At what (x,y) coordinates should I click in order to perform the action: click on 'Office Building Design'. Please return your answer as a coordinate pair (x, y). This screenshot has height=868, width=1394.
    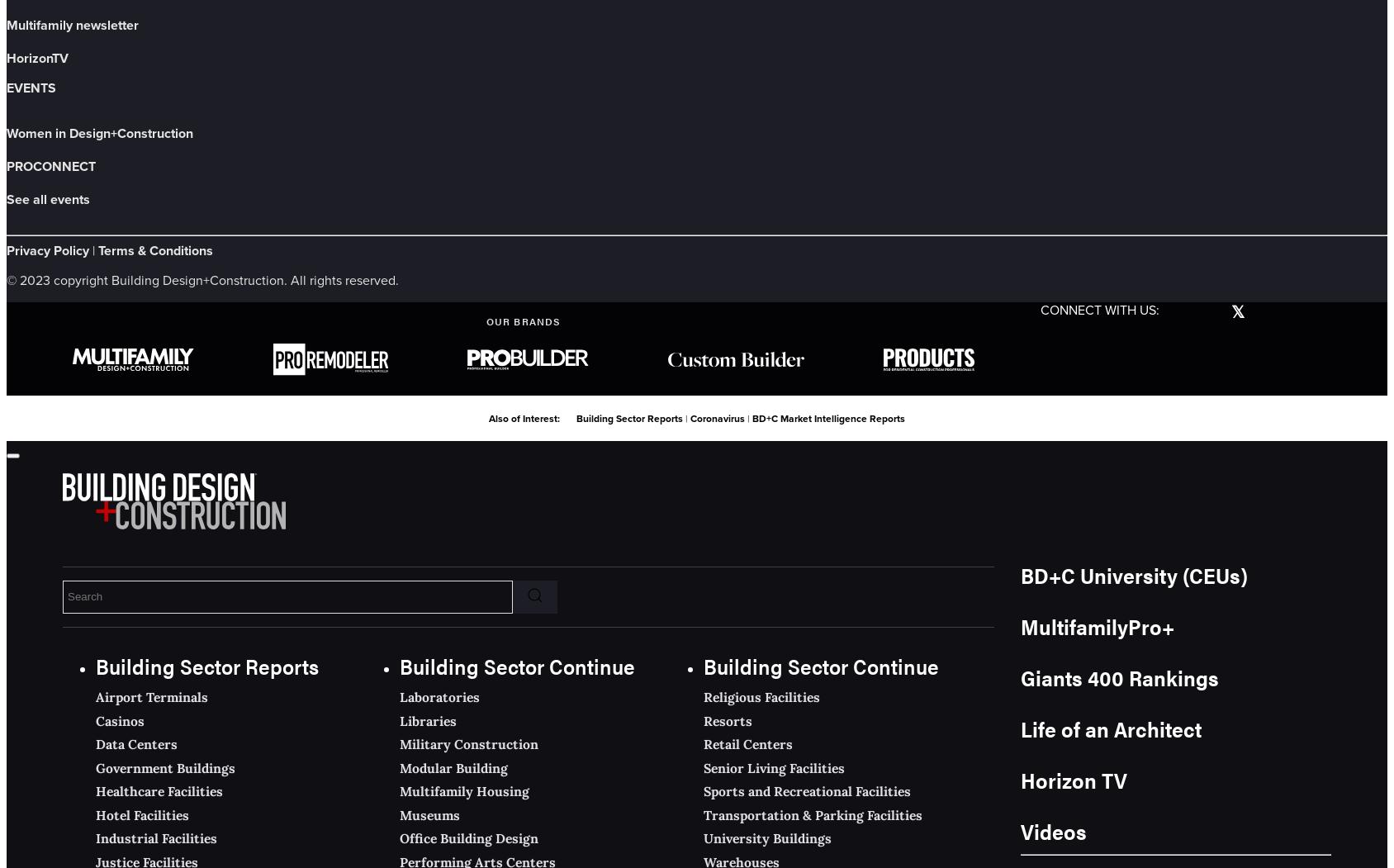
    Looking at the image, I should click on (469, 837).